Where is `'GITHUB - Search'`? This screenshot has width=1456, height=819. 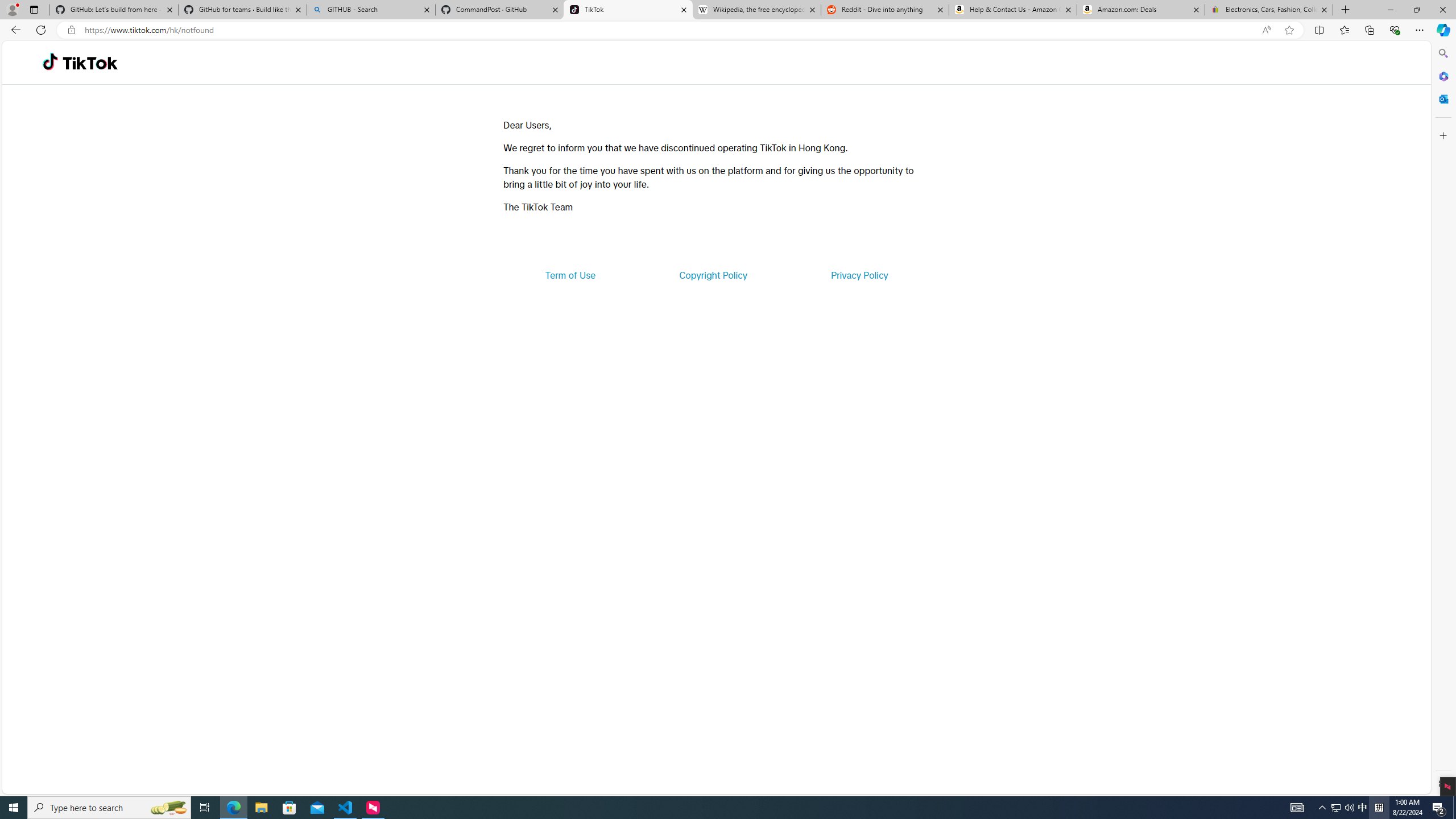
'GITHUB - Search' is located at coordinates (370, 9).